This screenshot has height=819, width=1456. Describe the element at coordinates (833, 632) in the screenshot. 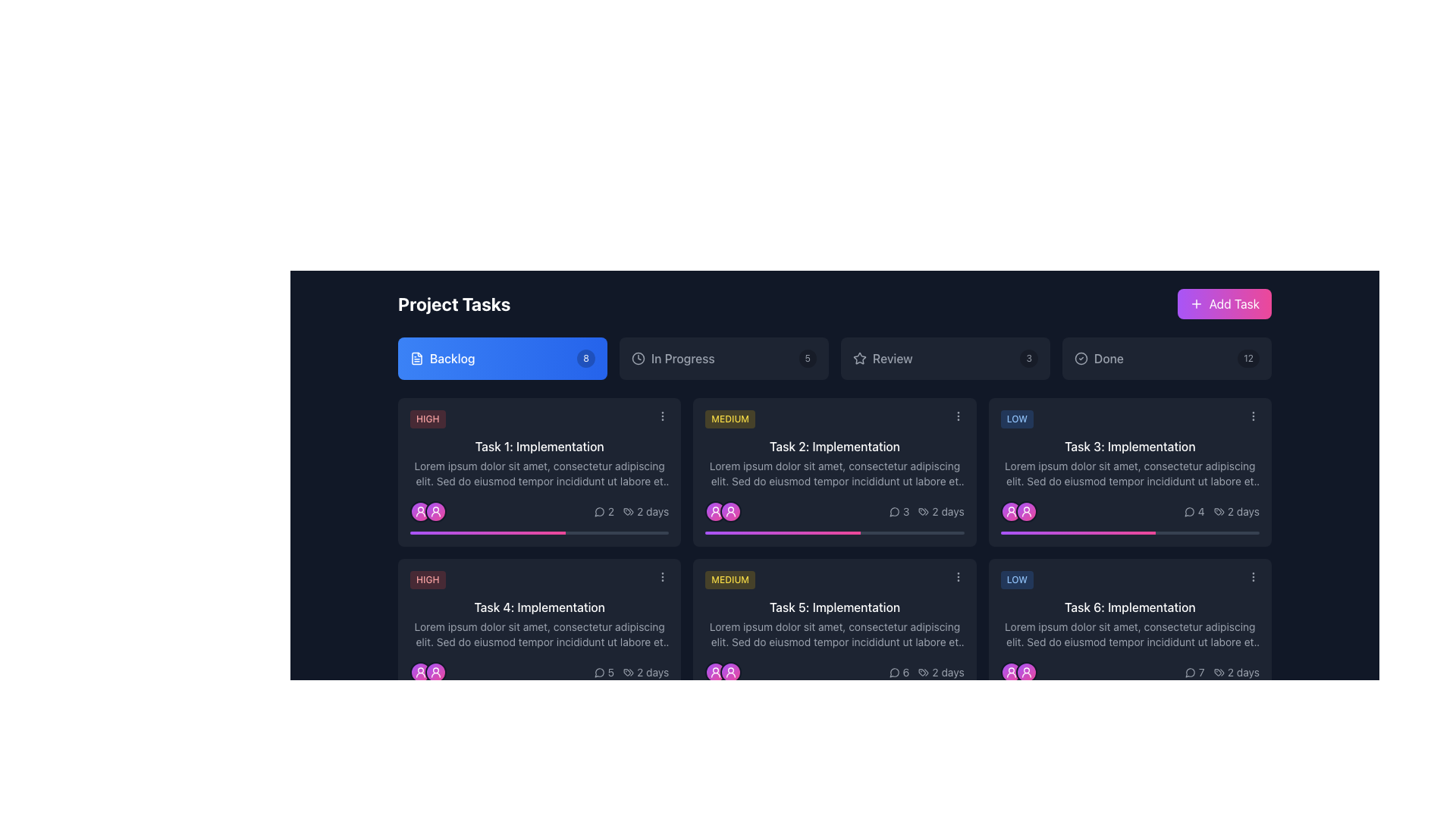

I see `the fifth task card in the project management interface` at that location.